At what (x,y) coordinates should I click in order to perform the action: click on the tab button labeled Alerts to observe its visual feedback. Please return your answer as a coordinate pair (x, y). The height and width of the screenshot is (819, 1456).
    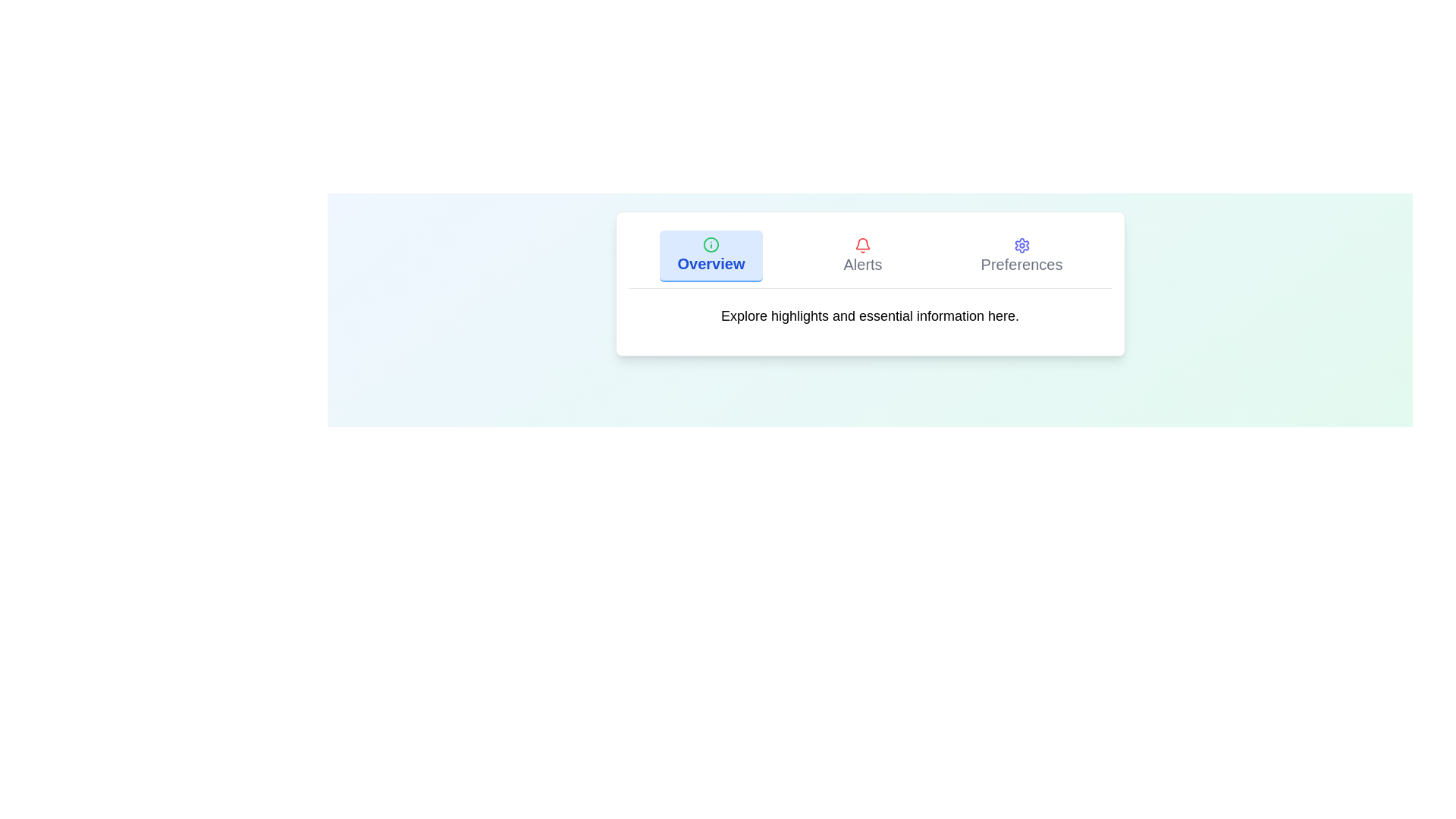
    Looking at the image, I should click on (862, 256).